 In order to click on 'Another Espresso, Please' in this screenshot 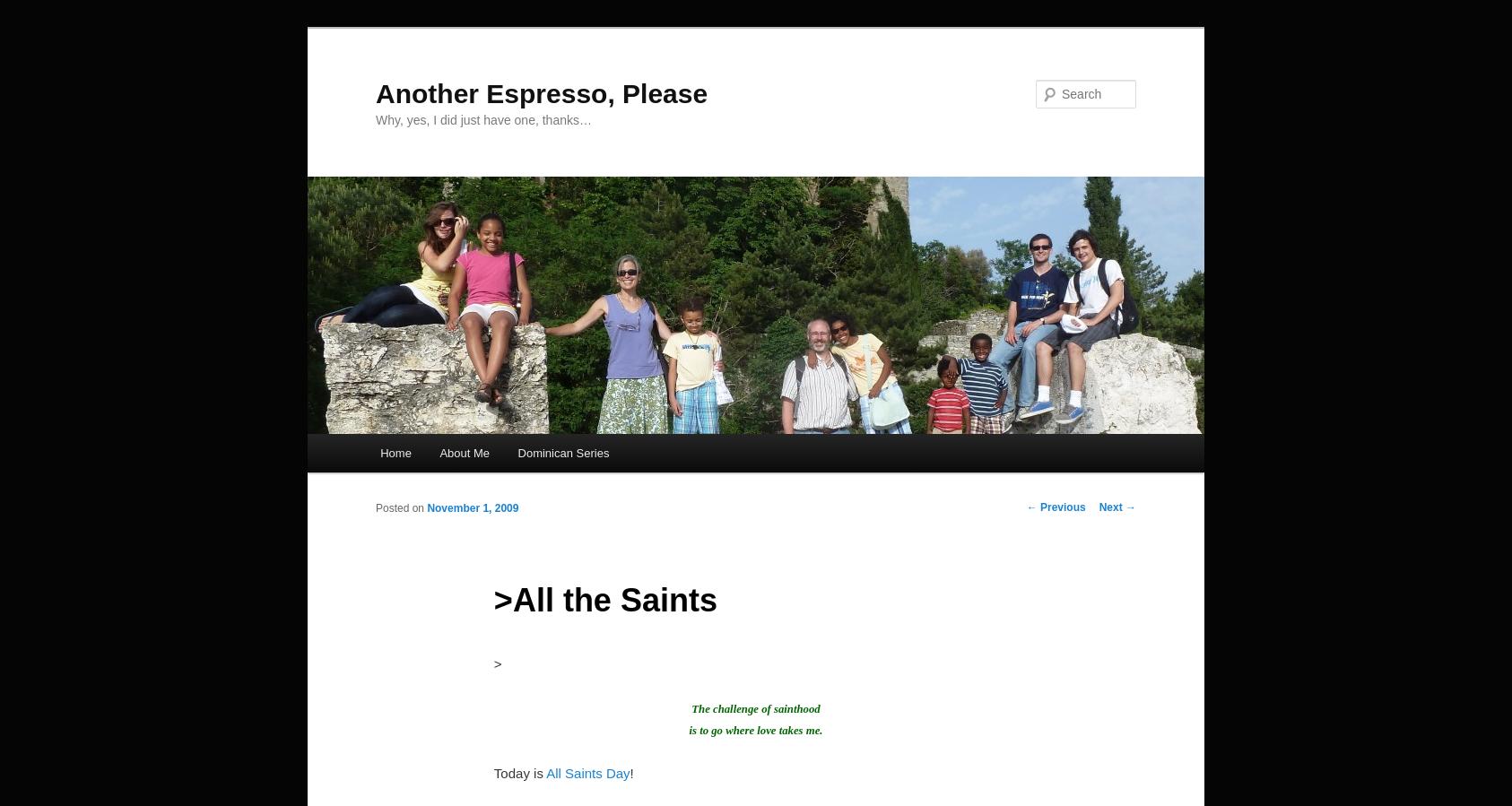, I will do `click(374, 91)`.